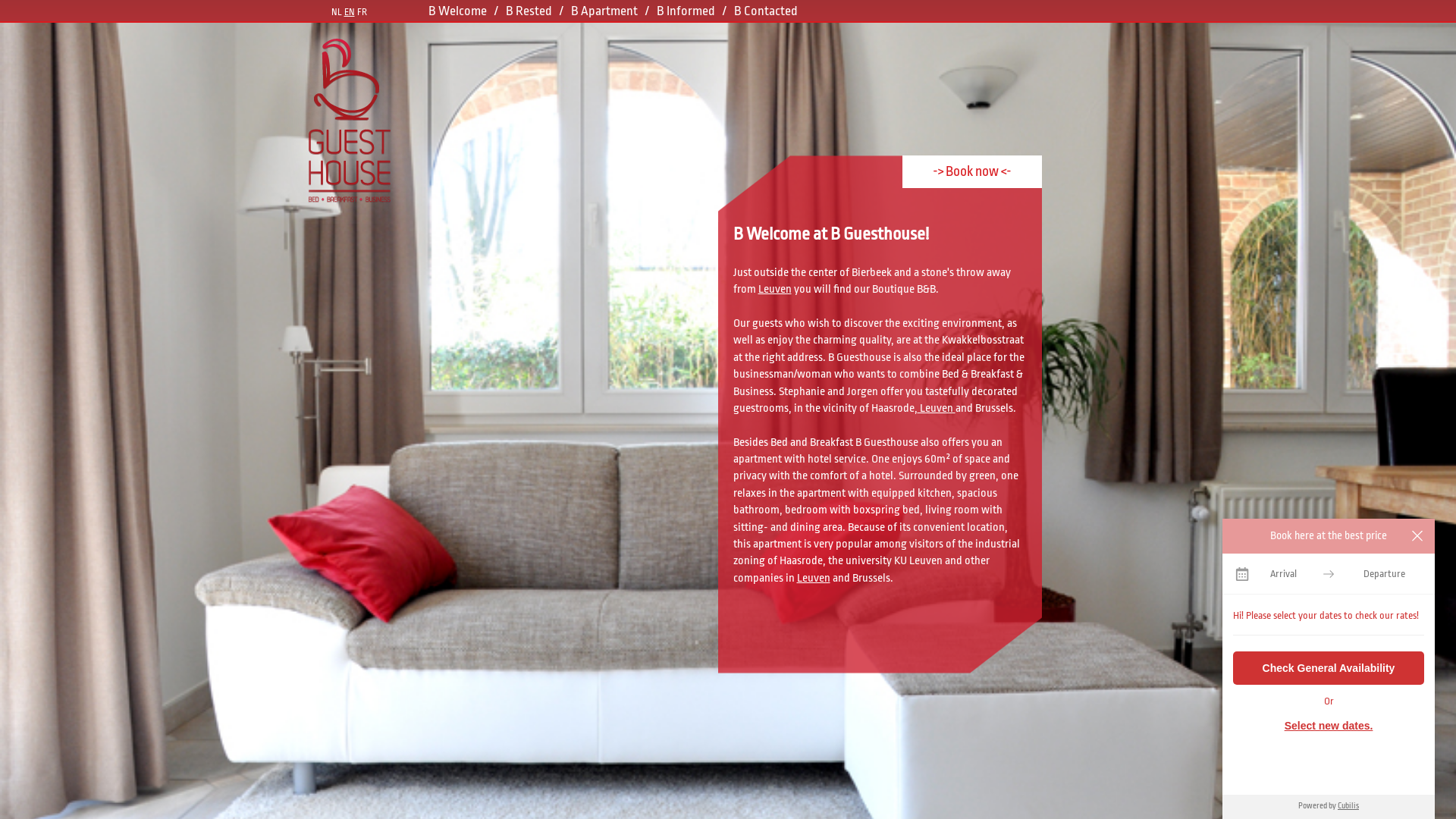 This screenshot has width=1456, height=819. Describe the element at coordinates (1337, 805) in the screenshot. I see `'Cubilis'` at that location.